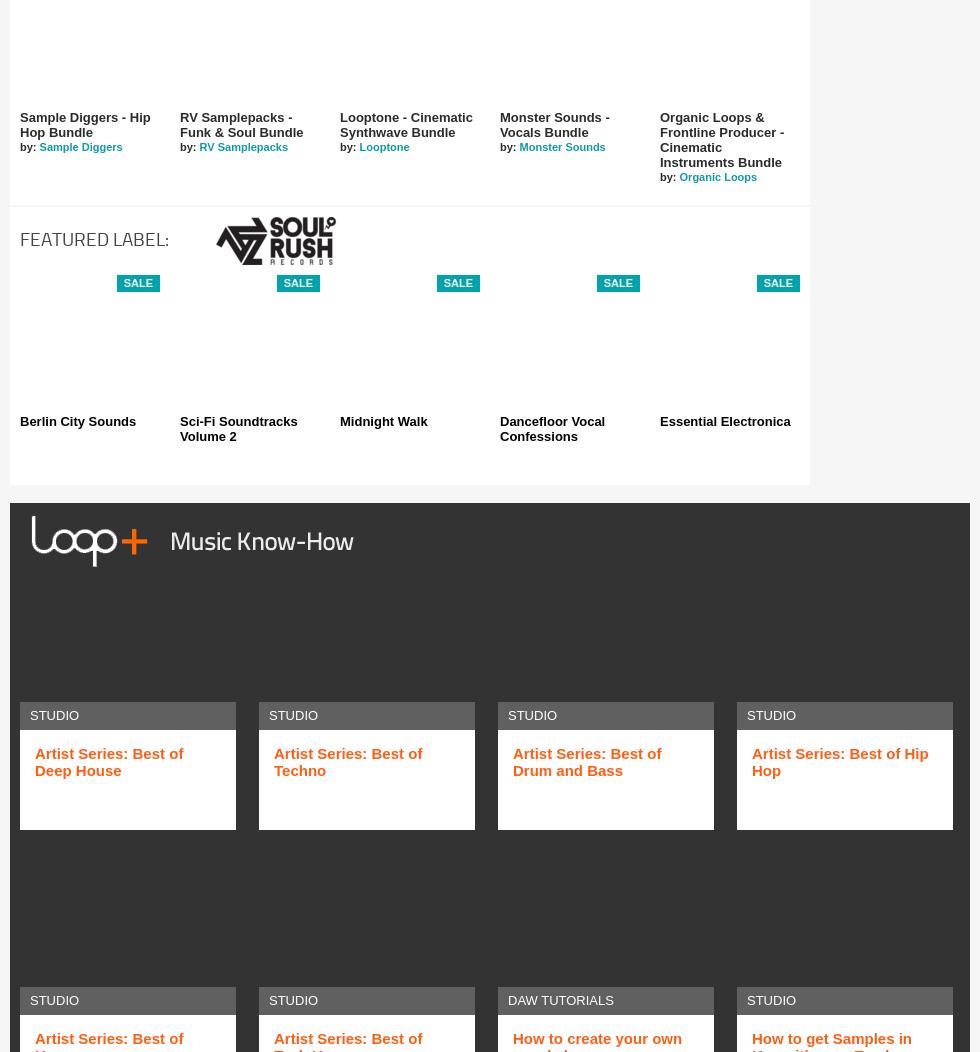  Describe the element at coordinates (274, 760) in the screenshot. I see `'Artist Series: Best of Techno'` at that location.